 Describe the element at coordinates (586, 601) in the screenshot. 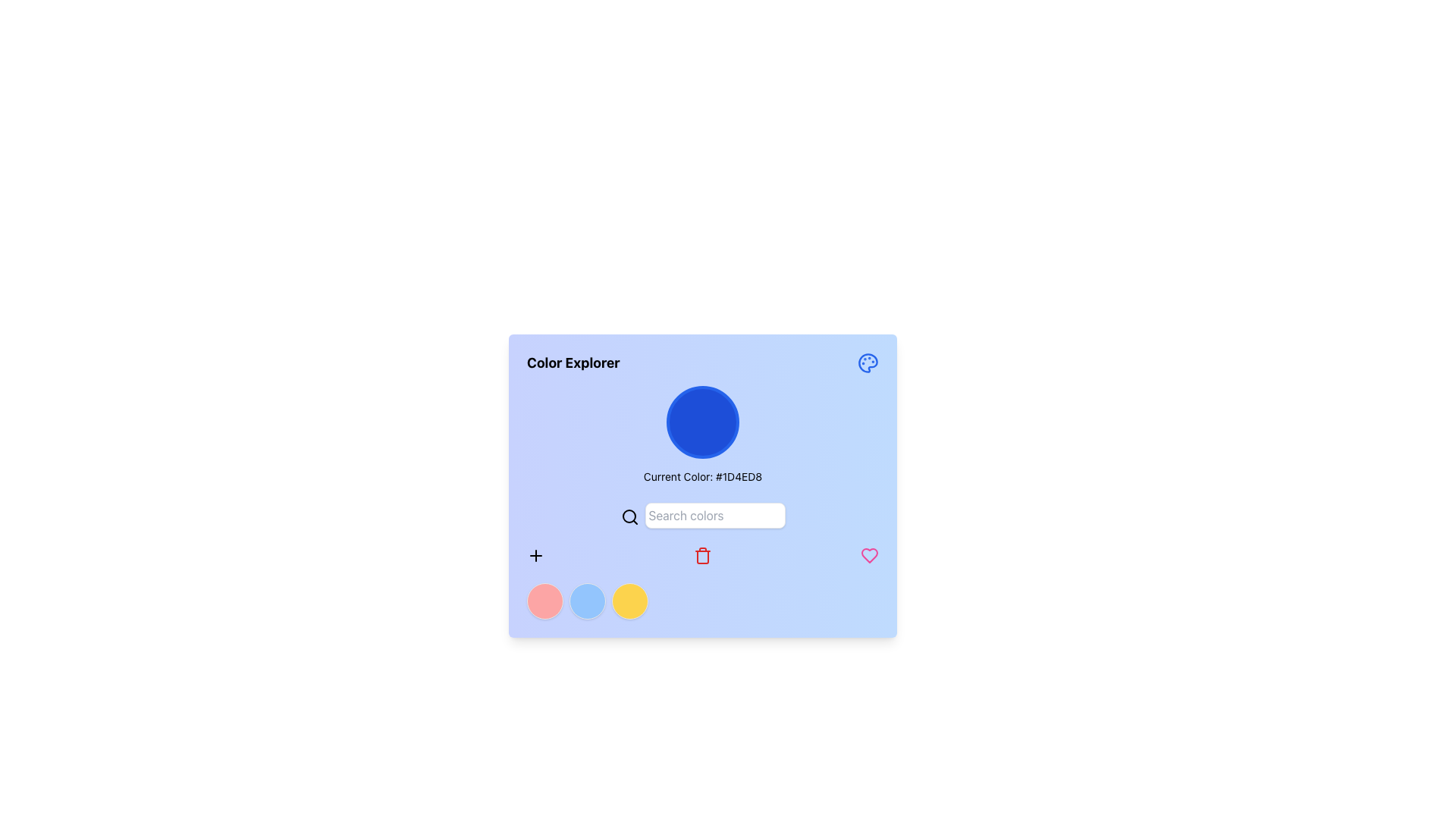

I see `the second circular color selection button located within the 'Color Explorer' section` at that location.